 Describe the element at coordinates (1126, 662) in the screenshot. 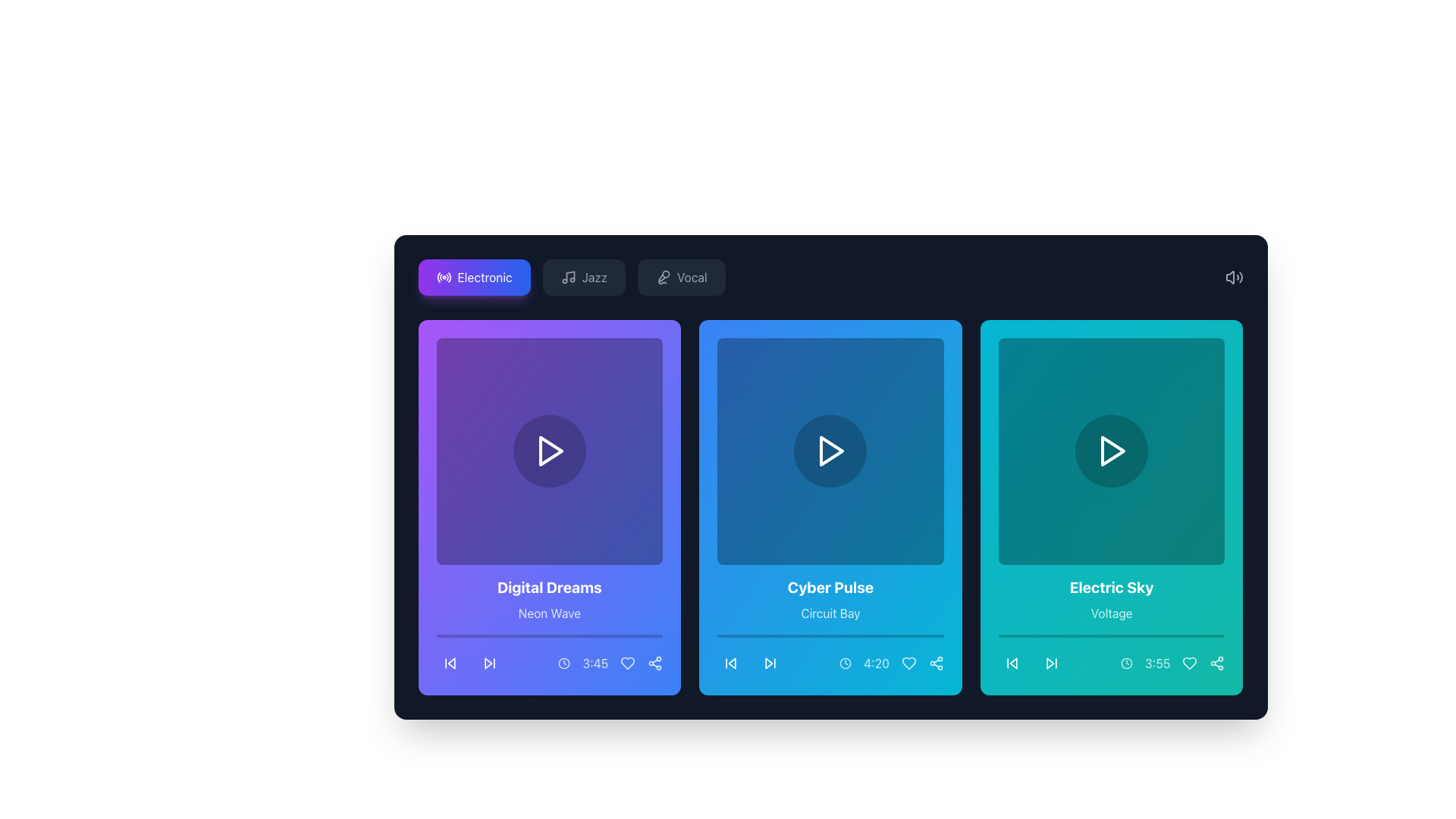

I see `the time icon representing '3:55' located in the bottom right section of the 'Electric Sky' card` at that location.